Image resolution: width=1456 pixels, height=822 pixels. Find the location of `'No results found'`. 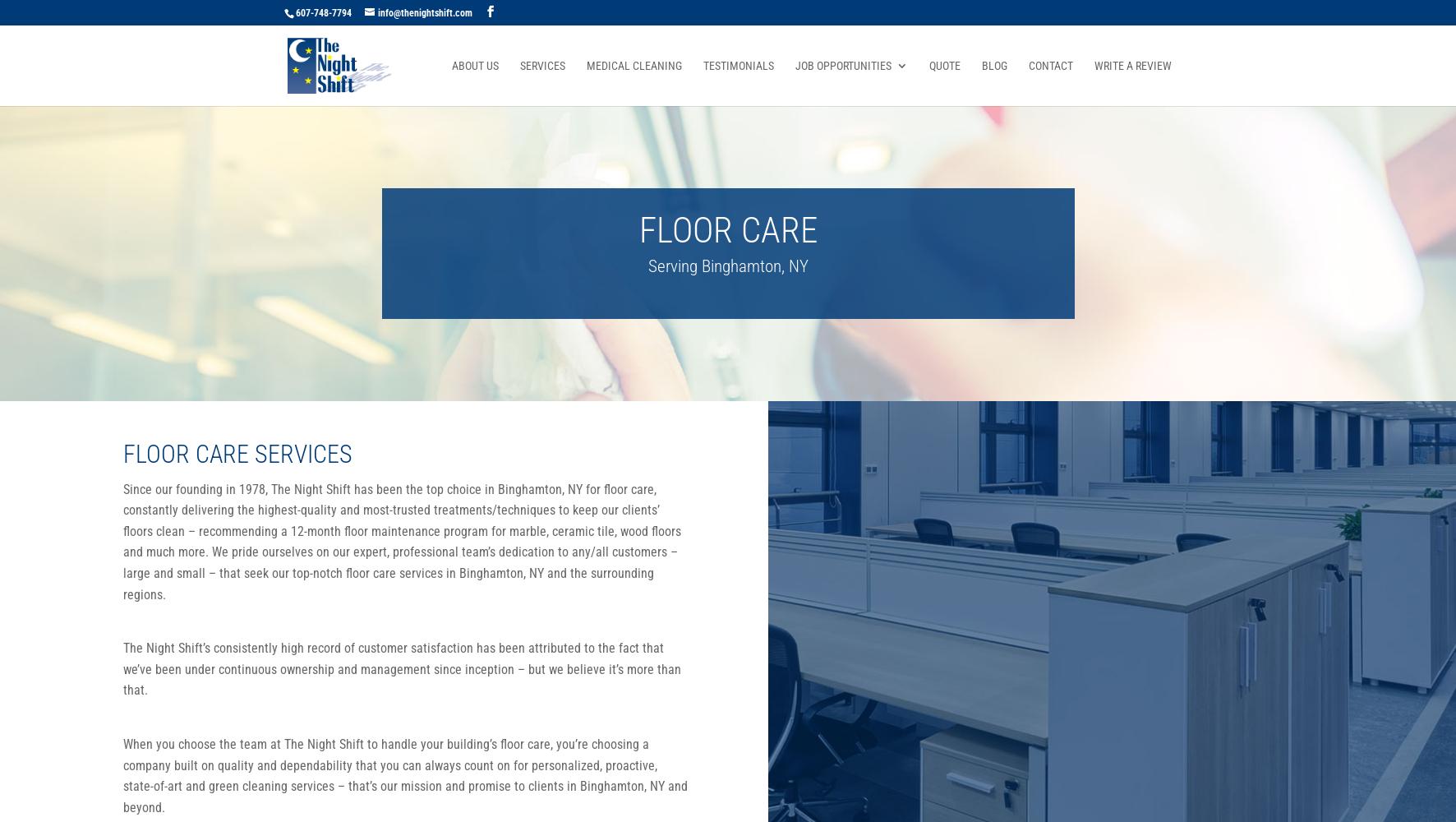

'No results found' is located at coordinates (162, 110).